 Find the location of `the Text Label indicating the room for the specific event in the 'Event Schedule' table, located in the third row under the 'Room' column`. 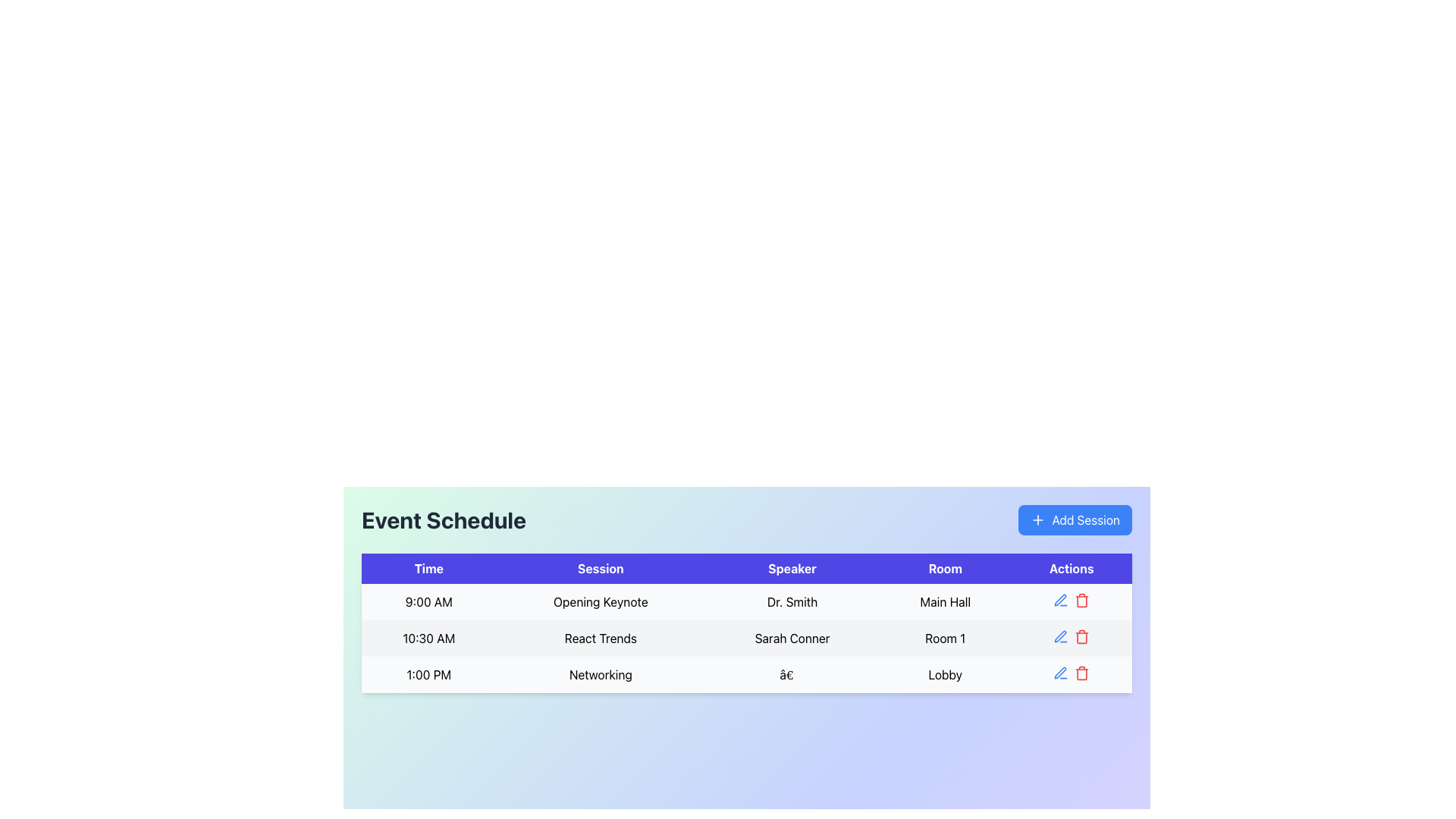

the Text Label indicating the room for the specific event in the 'Event Schedule' table, located in the third row under the 'Room' column is located at coordinates (944, 674).